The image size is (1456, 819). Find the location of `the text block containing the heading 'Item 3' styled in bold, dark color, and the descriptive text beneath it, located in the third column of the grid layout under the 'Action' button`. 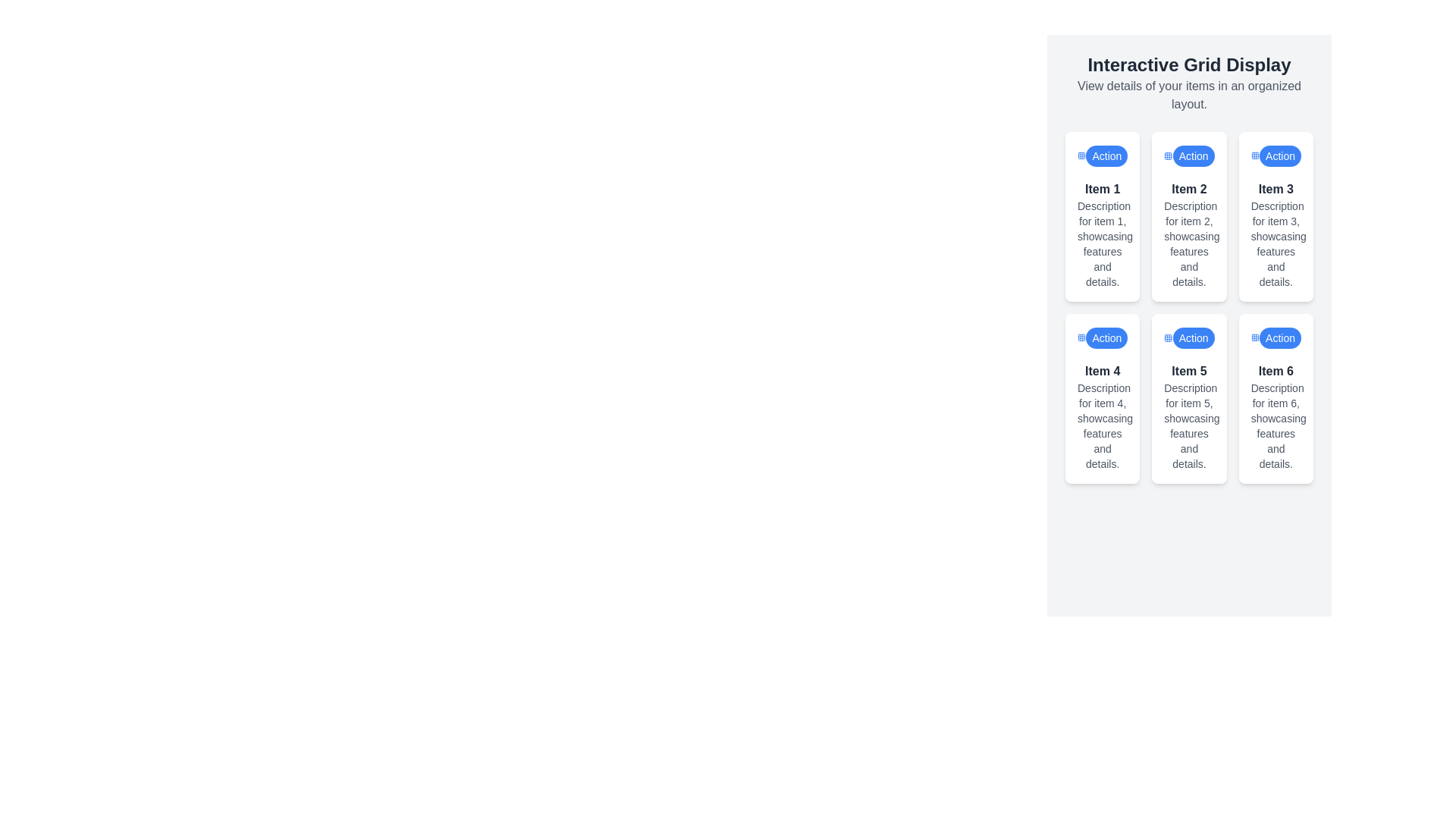

the text block containing the heading 'Item 3' styled in bold, dark color, and the descriptive text beneath it, located in the third column of the grid layout under the 'Action' button is located at coordinates (1275, 234).